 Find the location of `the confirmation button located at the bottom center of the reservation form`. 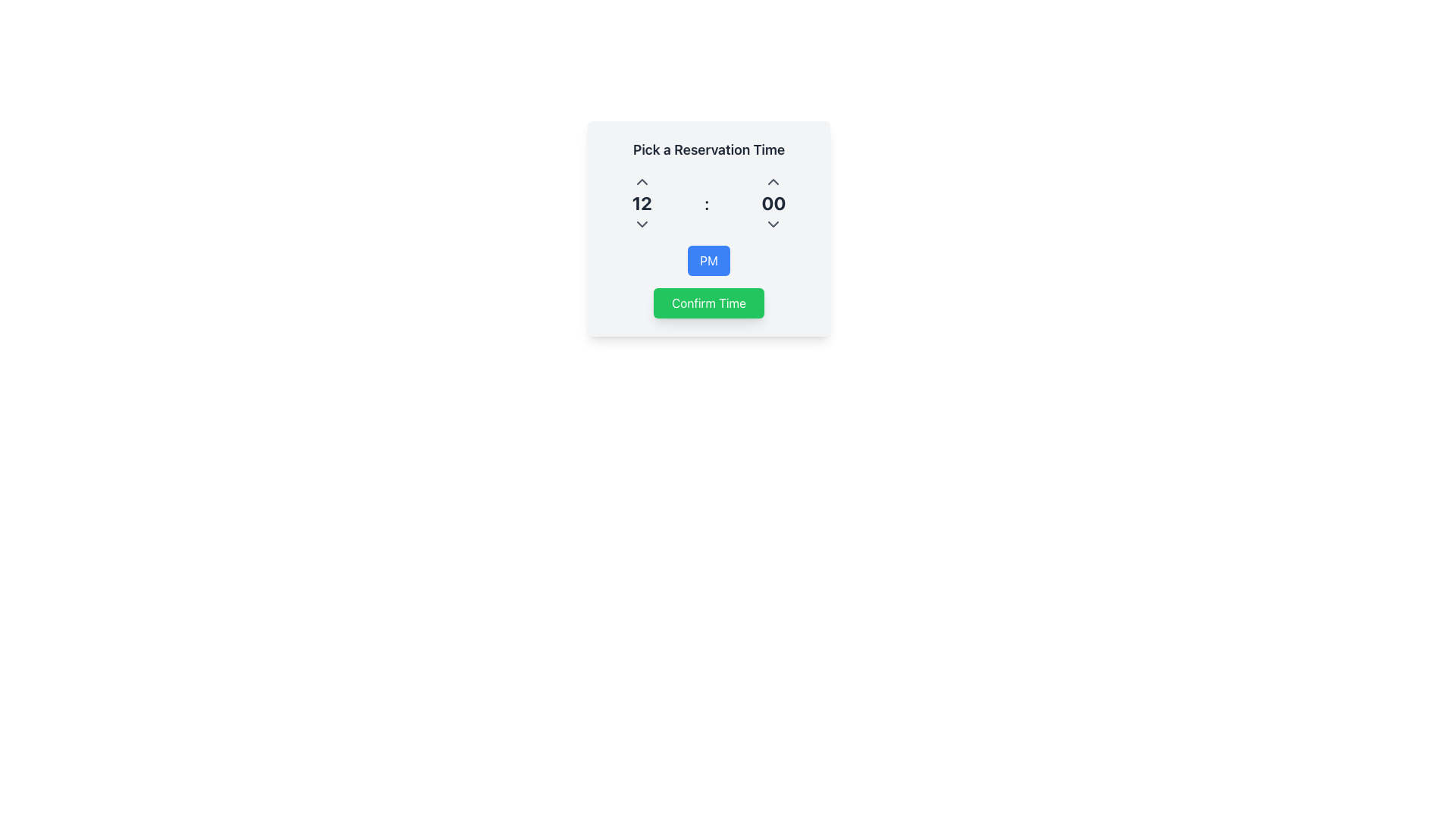

the confirmation button located at the bottom center of the reservation form is located at coordinates (708, 303).